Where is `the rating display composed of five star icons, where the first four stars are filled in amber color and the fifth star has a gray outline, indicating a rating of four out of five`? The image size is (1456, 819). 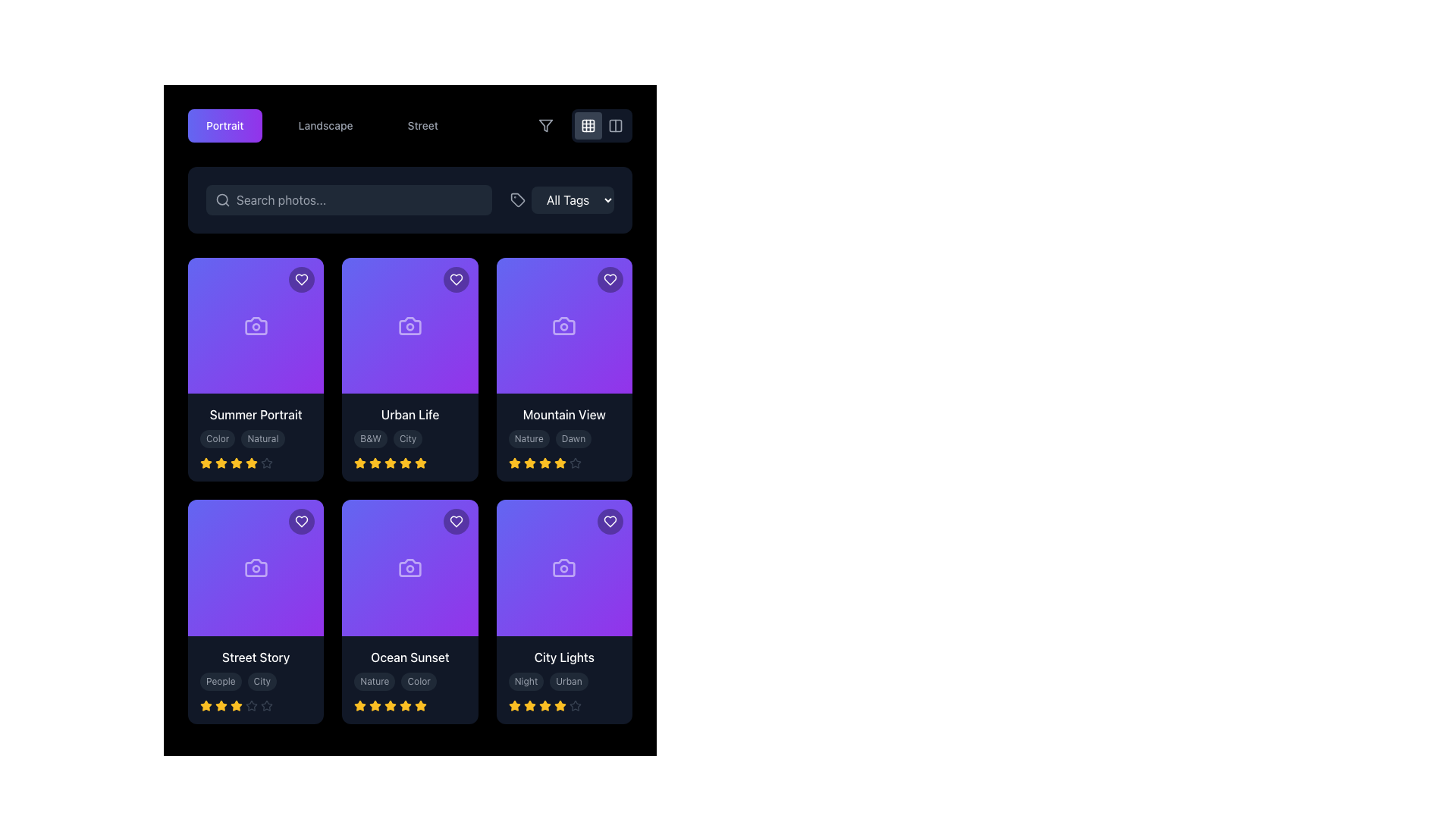 the rating display composed of five star icons, where the first four stars are filled in amber color and the fifth star has a gray outline, indicating a rating of four out of five is located at coordinates (563, 705).